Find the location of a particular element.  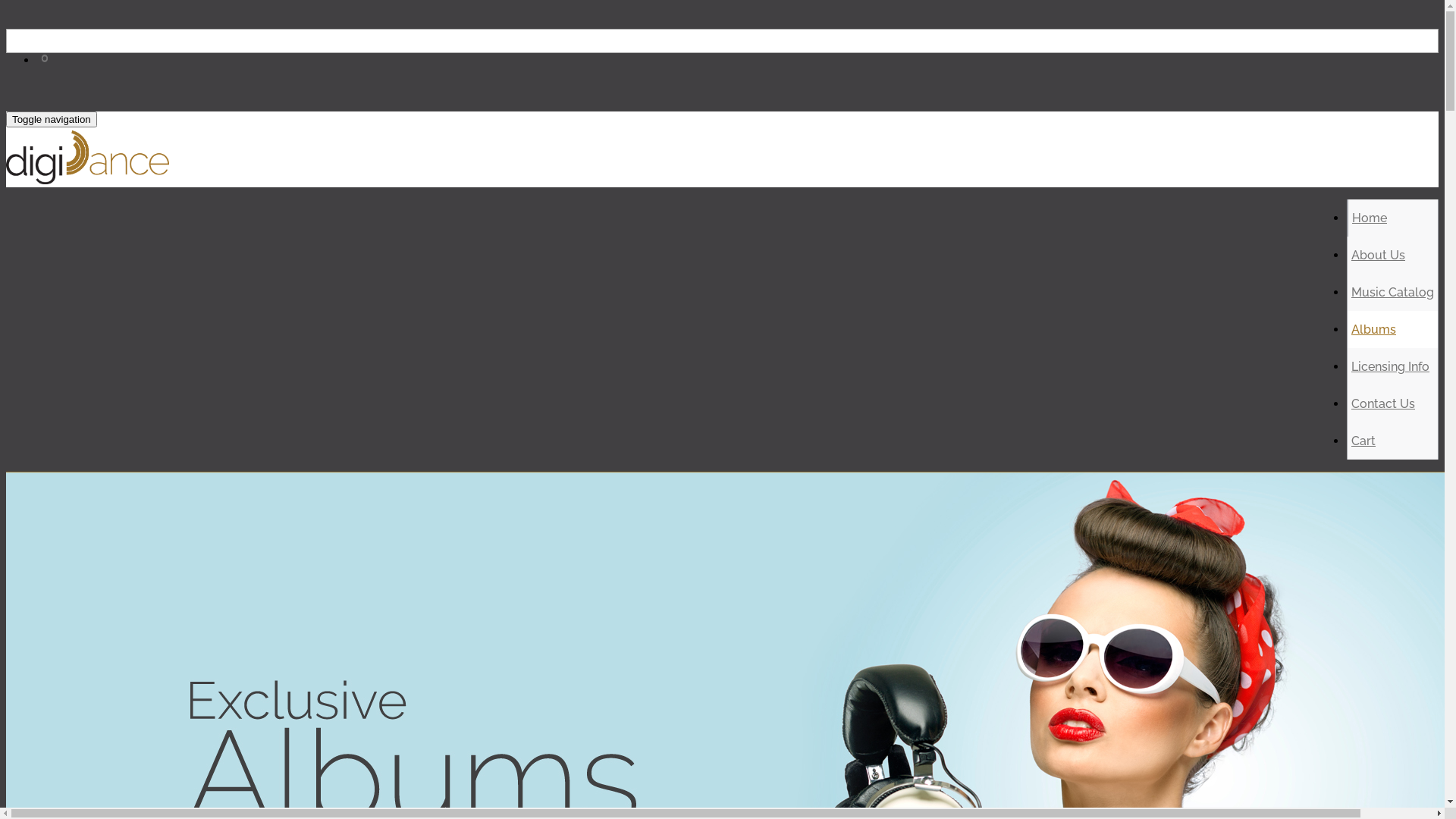

'About Us' is located at coordinates (1378, 254).